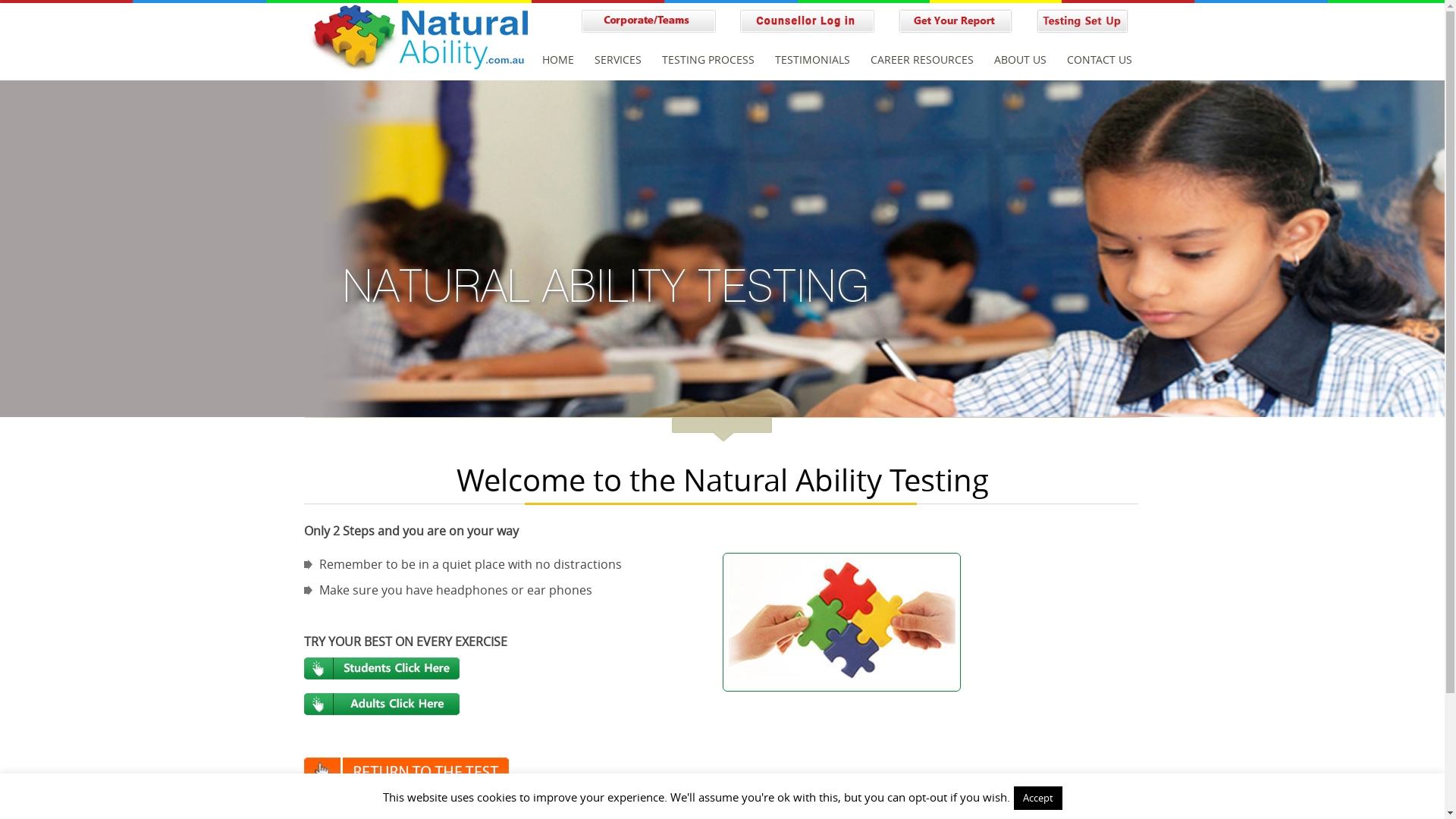 The height and width of the screenshot is (819, 1456). What do you see at coordinates (861, 58) in the screenshot?
I see `'CAREER RESOURCES'` at bounding box center [861, 58].